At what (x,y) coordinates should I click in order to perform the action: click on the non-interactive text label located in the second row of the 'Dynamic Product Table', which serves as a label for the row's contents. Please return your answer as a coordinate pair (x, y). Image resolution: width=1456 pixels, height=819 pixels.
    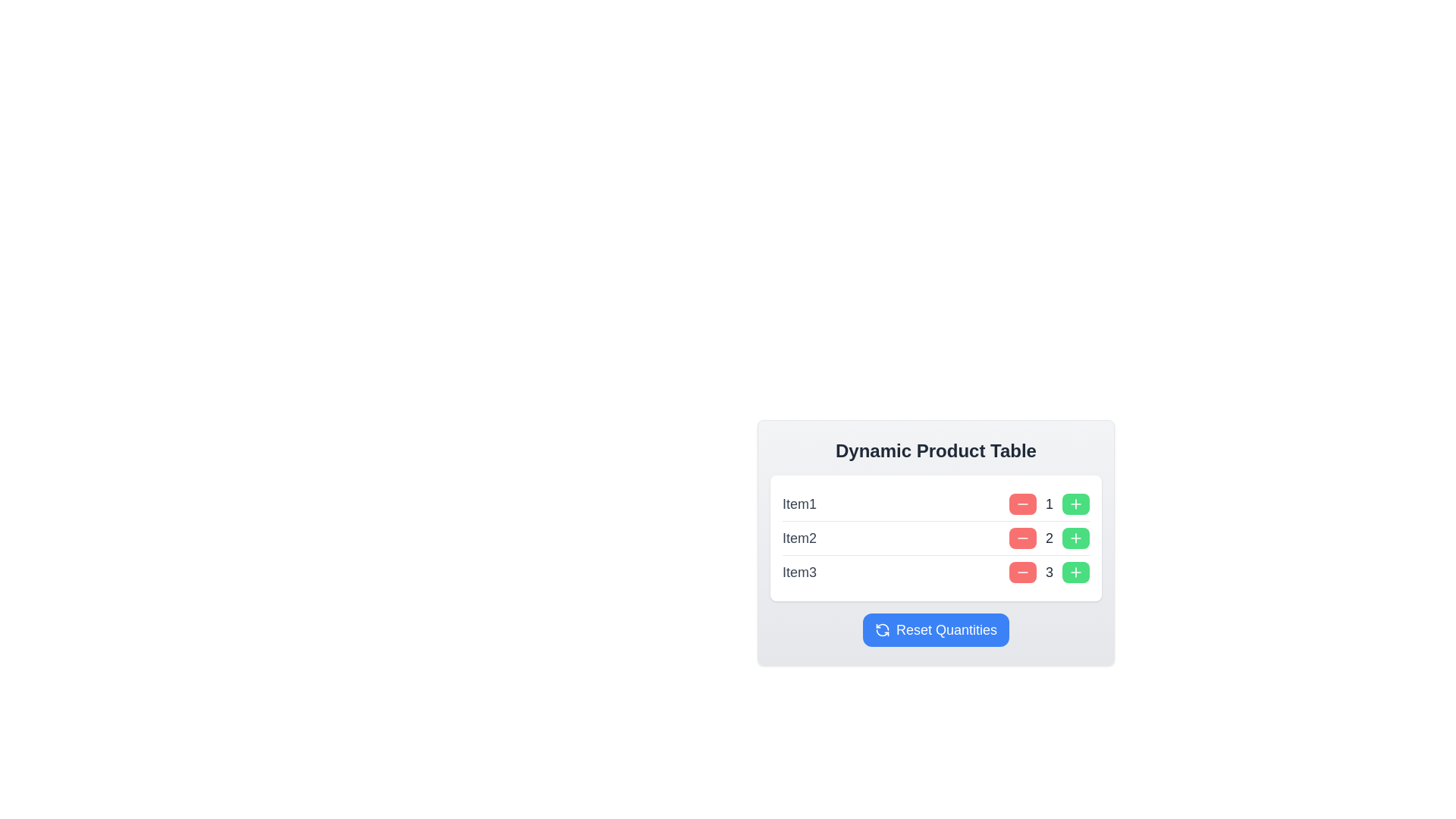
    Looking at the image, I should click on (799, 537).